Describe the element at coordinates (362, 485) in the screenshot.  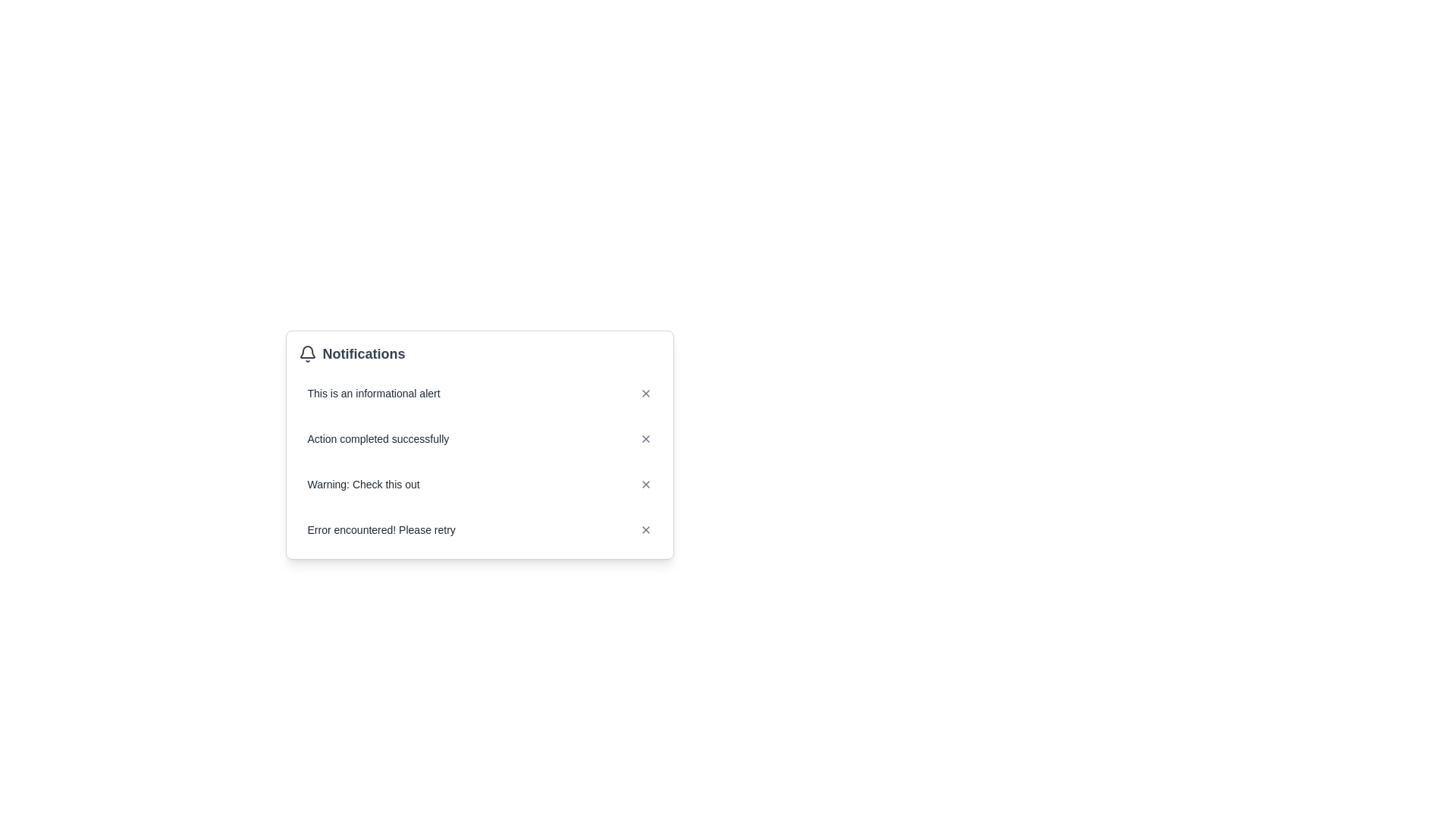
I see `the text label displaying 'Warning: Check this out', which is located in the third position of a list of notification items with a yellow background` at that location.